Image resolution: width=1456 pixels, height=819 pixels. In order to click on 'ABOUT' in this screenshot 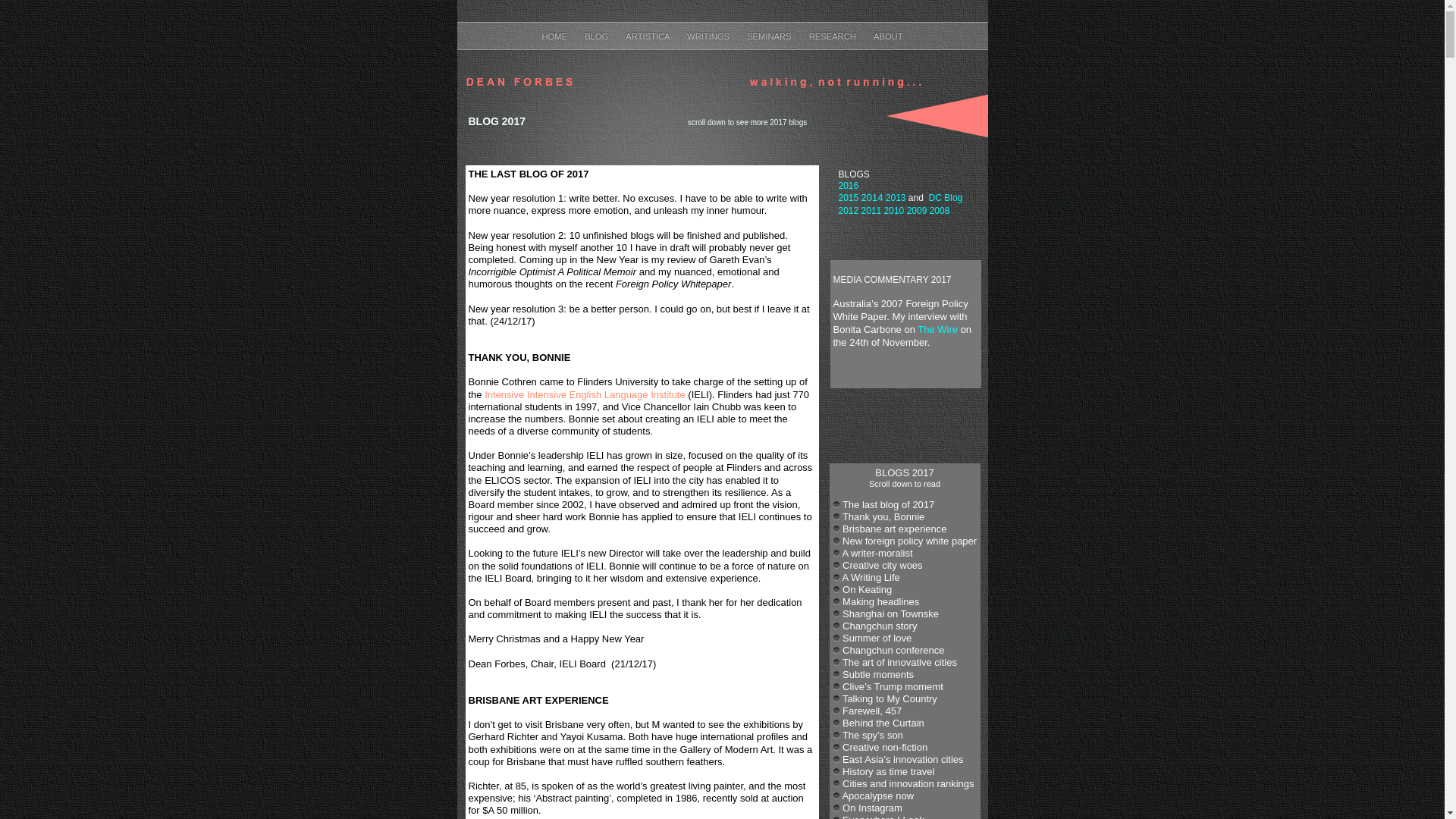, I will do `click(888, 35)`.